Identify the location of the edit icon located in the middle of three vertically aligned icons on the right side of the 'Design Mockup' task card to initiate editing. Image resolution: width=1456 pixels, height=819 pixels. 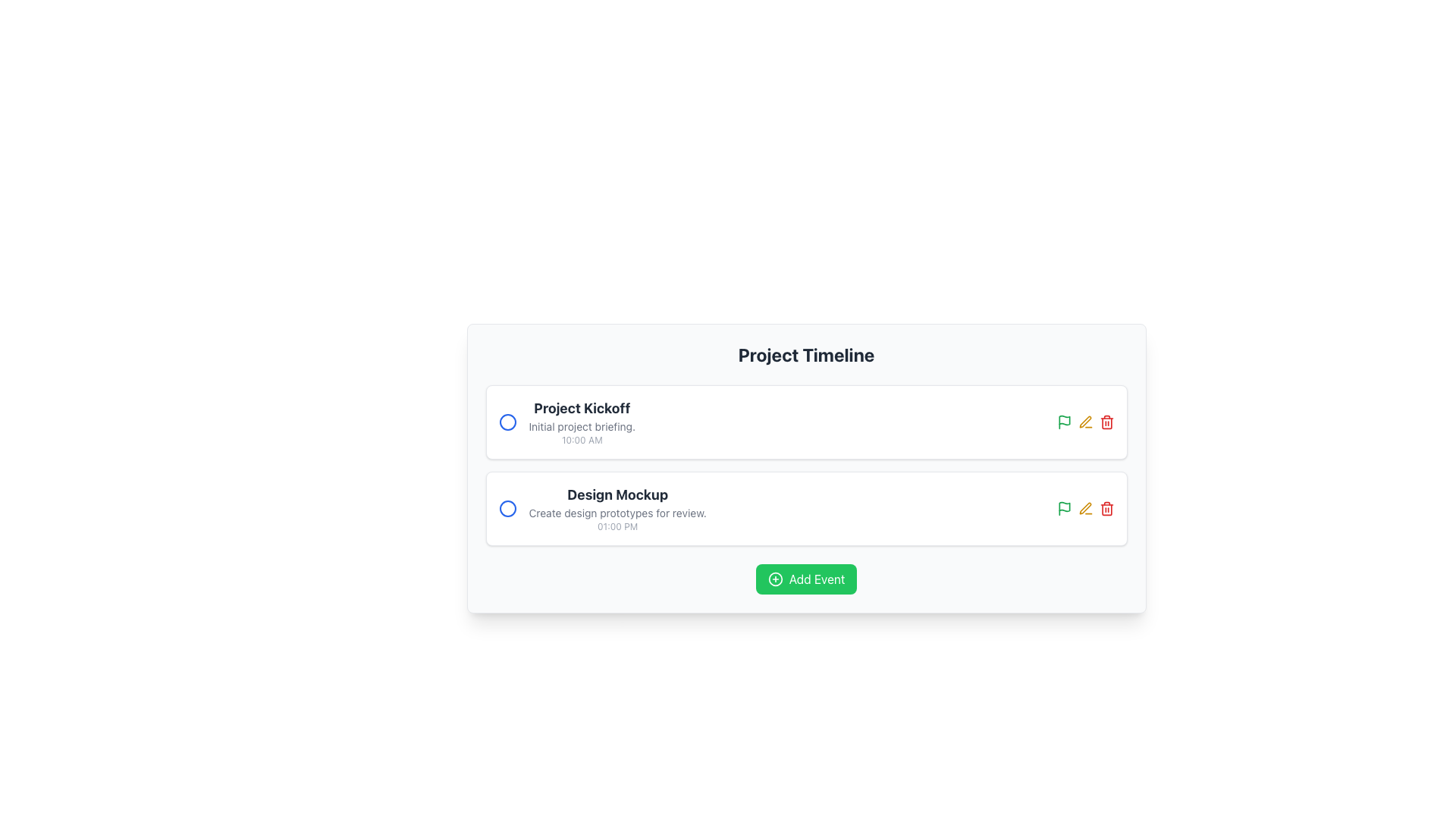
(1084, 509).